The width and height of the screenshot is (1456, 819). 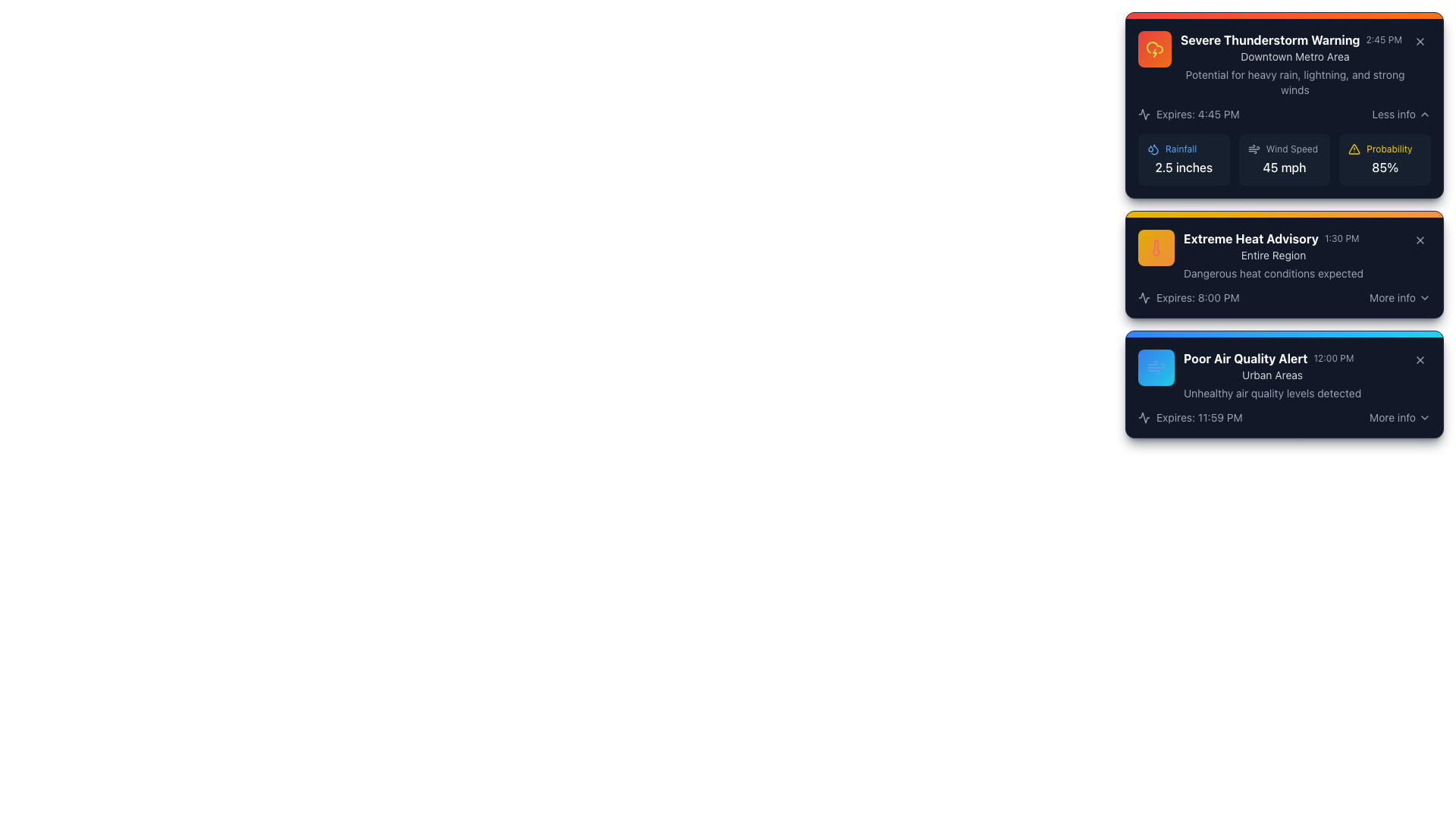 I want to click on text from the header of the alert card, which displays 'Poor Air Quality Alert' in bold white and '12:00 PM' in smaller gray text, so click(x=1272, y=359).